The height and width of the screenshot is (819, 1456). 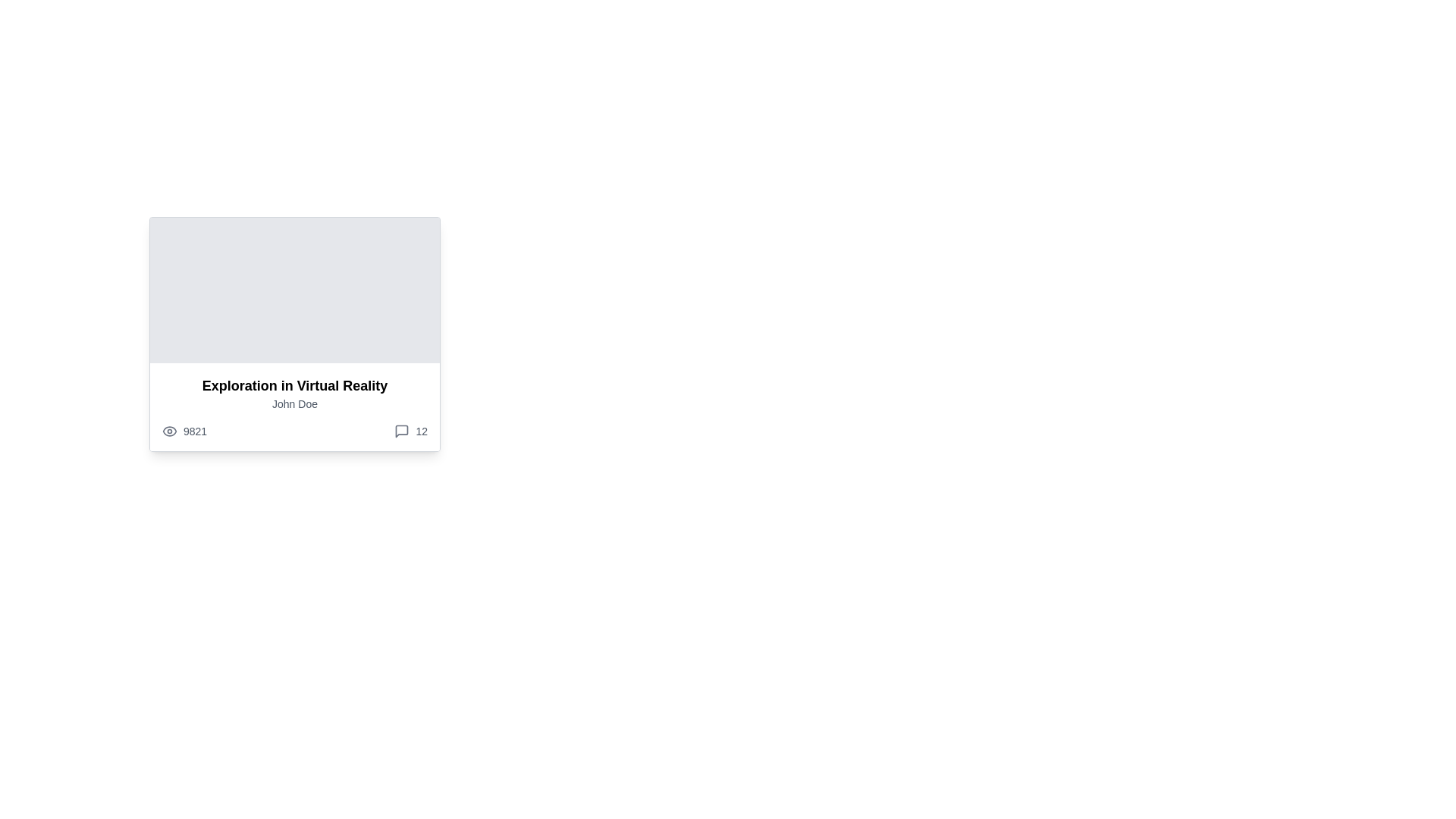 I want to click on the text label displaying the number '12' in gray font, located to the right of a speech bubble icon within a card component, so click(x=422, y=431).